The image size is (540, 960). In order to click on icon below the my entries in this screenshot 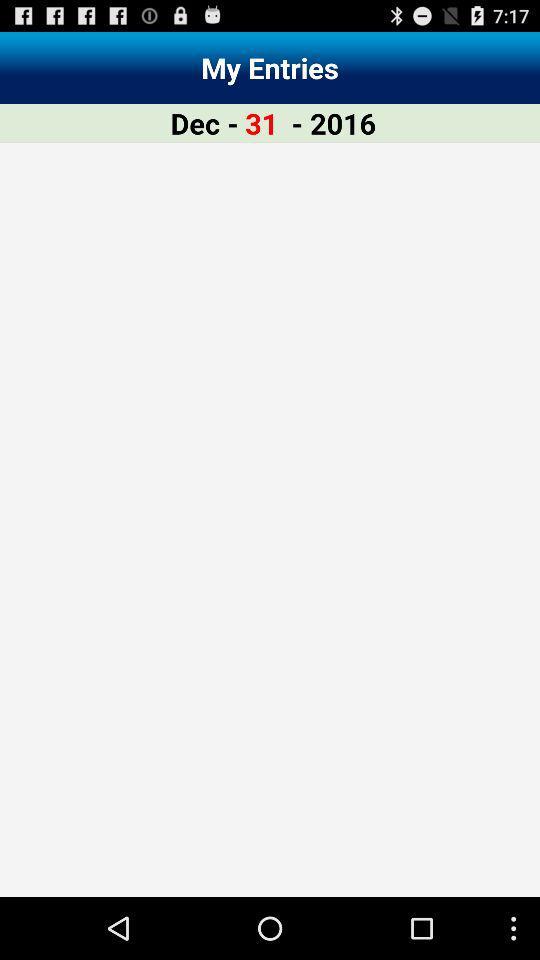, I will do `click(203, 122)`.